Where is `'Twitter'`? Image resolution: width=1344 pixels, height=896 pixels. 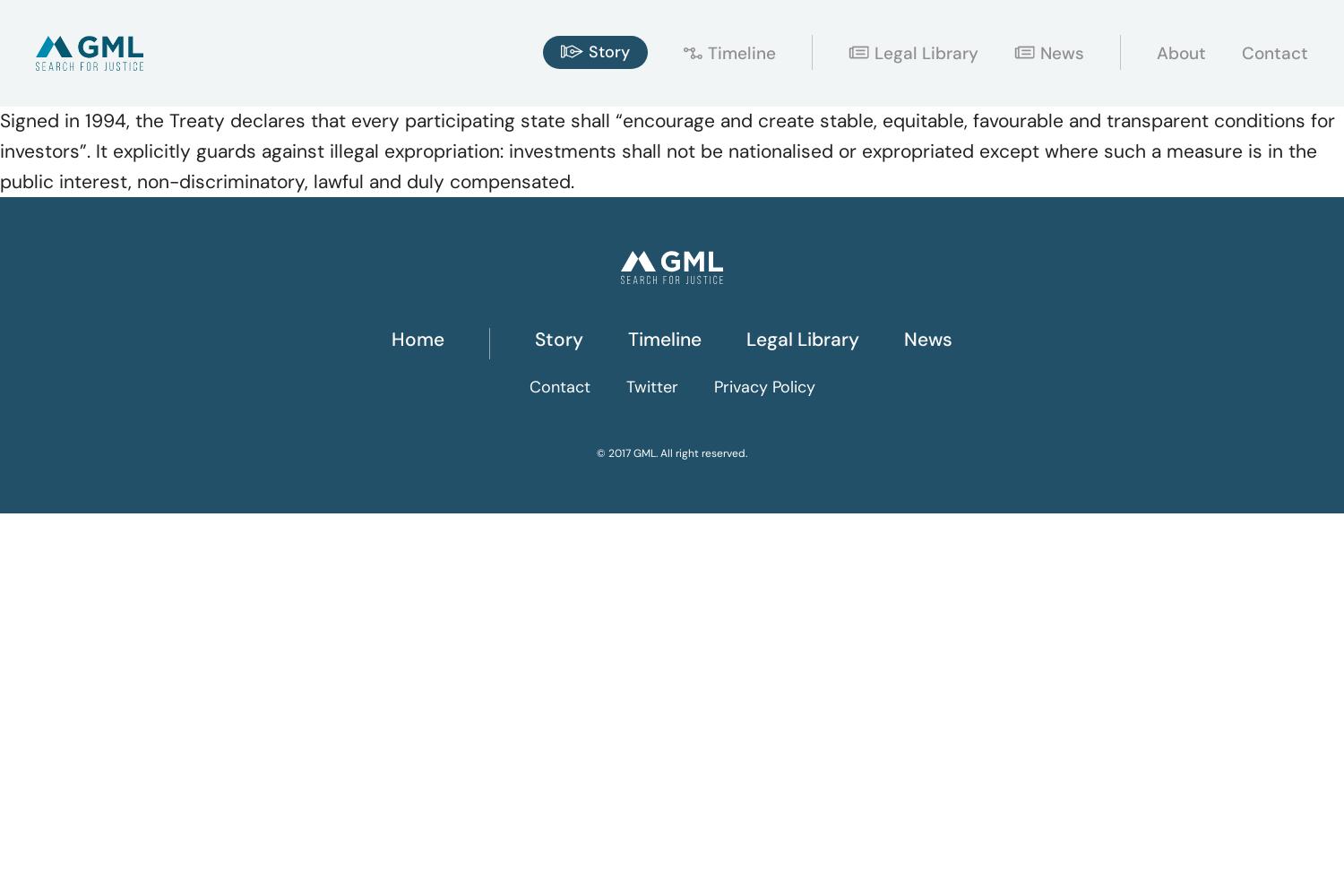 'Twitter' is located at coordinates (624, 387).